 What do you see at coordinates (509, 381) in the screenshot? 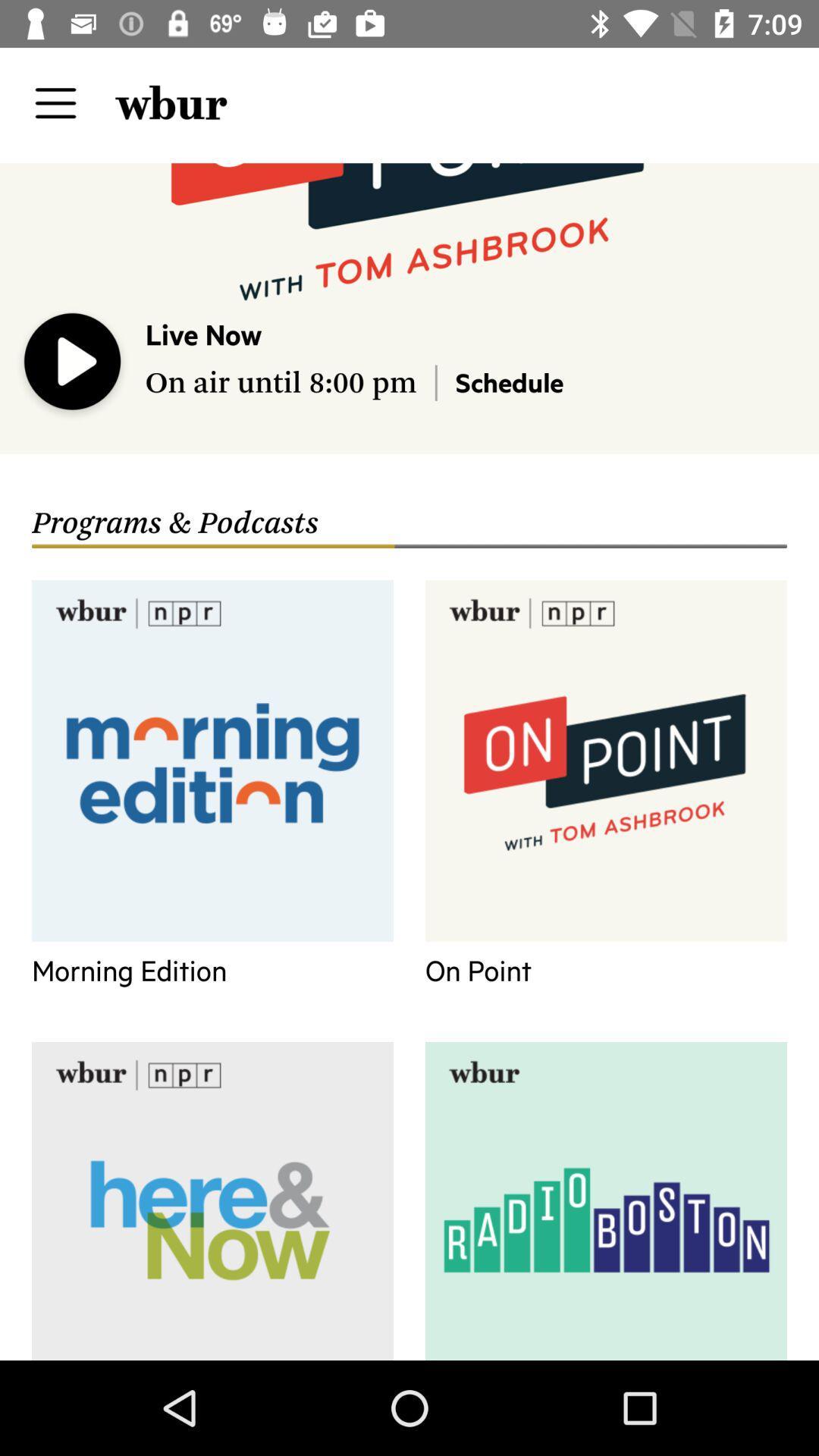
I see `schedule` at bounding box center [509, 381].